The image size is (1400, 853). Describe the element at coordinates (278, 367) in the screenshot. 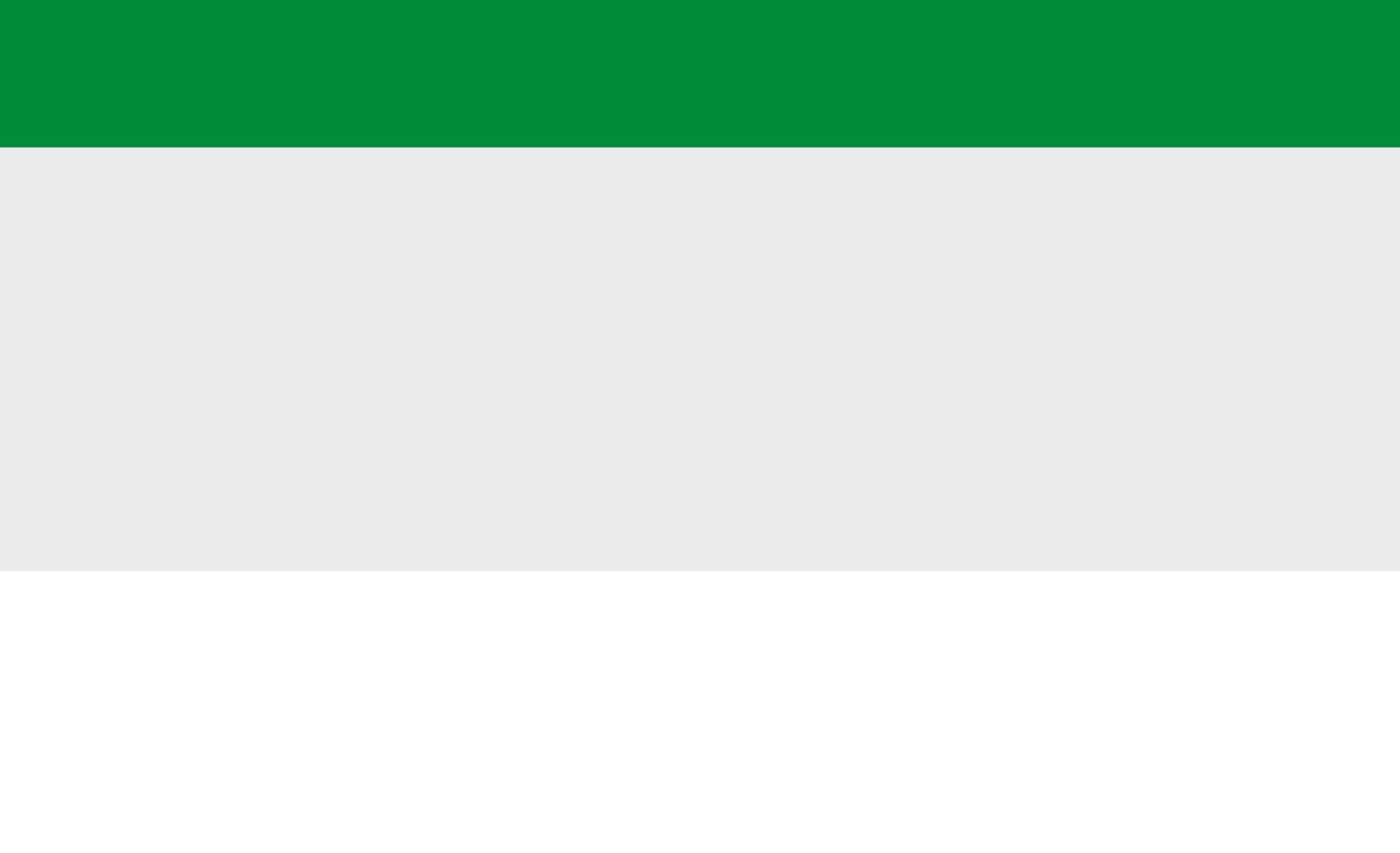

I see `'CAN/ULC-S701 – Type 1'` at that location.